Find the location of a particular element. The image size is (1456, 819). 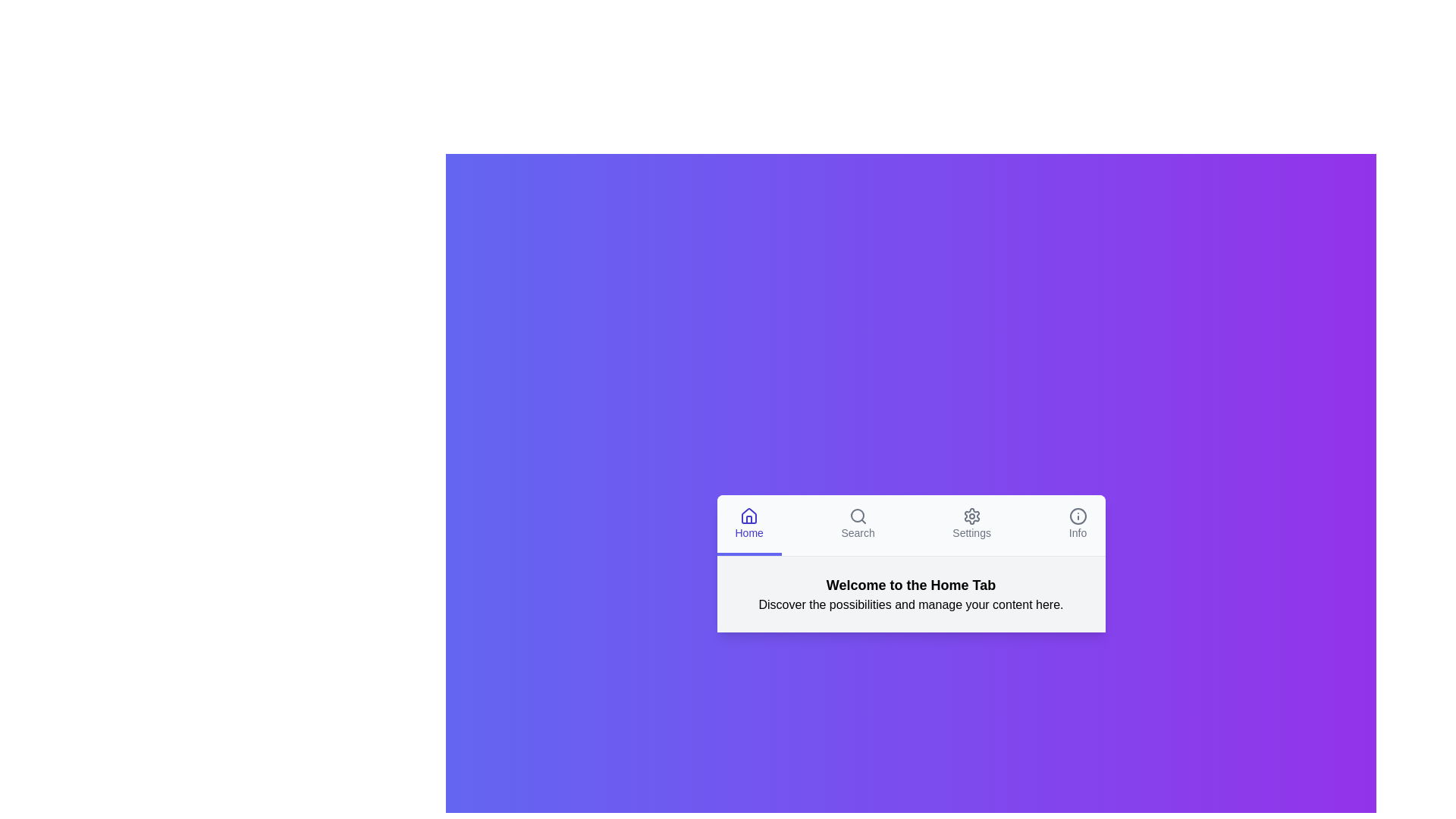

the SVG Circle that serves as the outermost boundary of the 'Info' icon located in the top-right section of the bottom menu bar is located at coordinates (1077, 515).